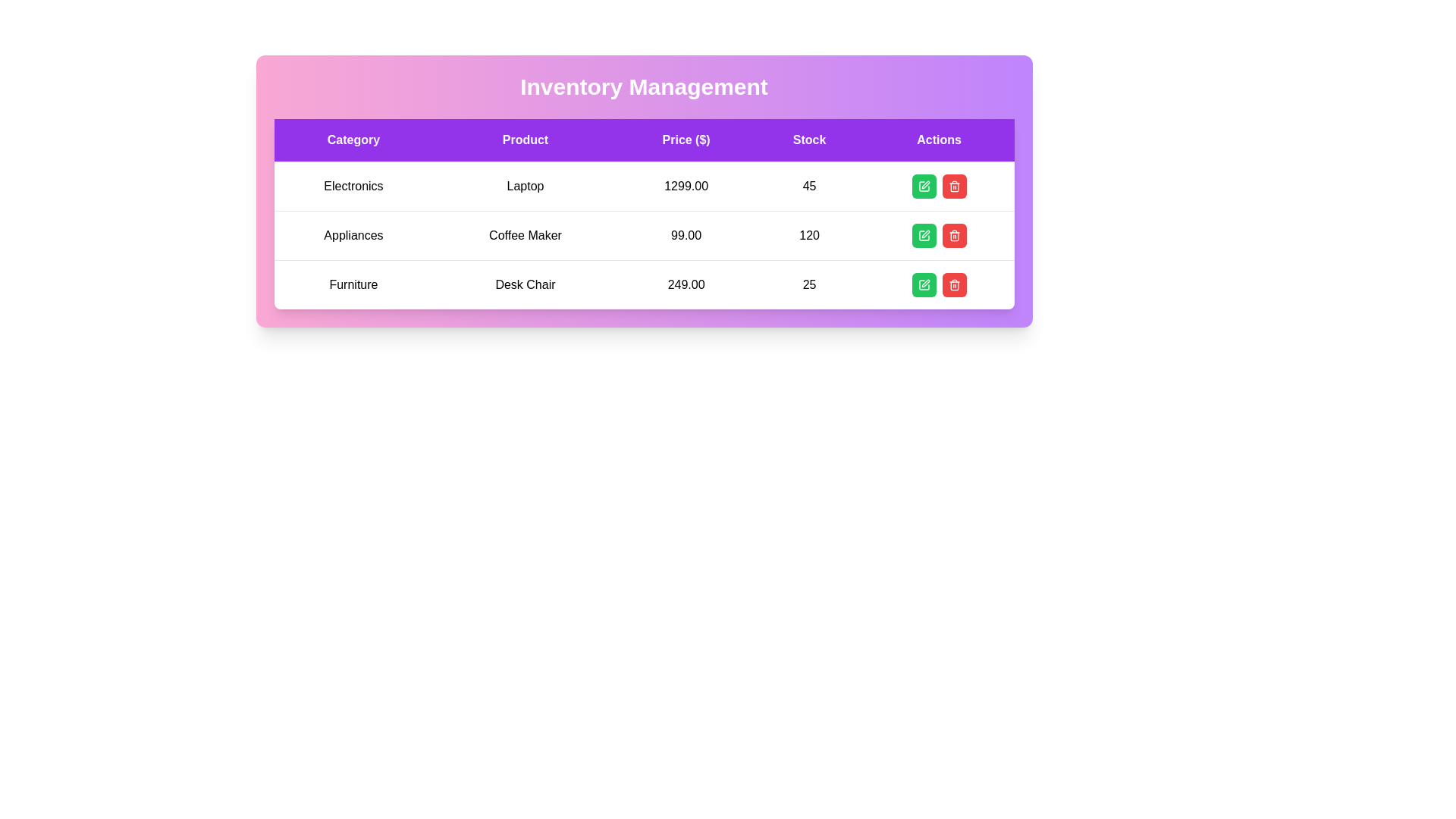 The width and height of the screenshot is (1456, 819). Describe the element at coordinates (686, 284) in the screenshot. I see `on the price value of the 'Desk Chair' product located in the third row under the 'Price ($)' column of the inventory table` at that location.